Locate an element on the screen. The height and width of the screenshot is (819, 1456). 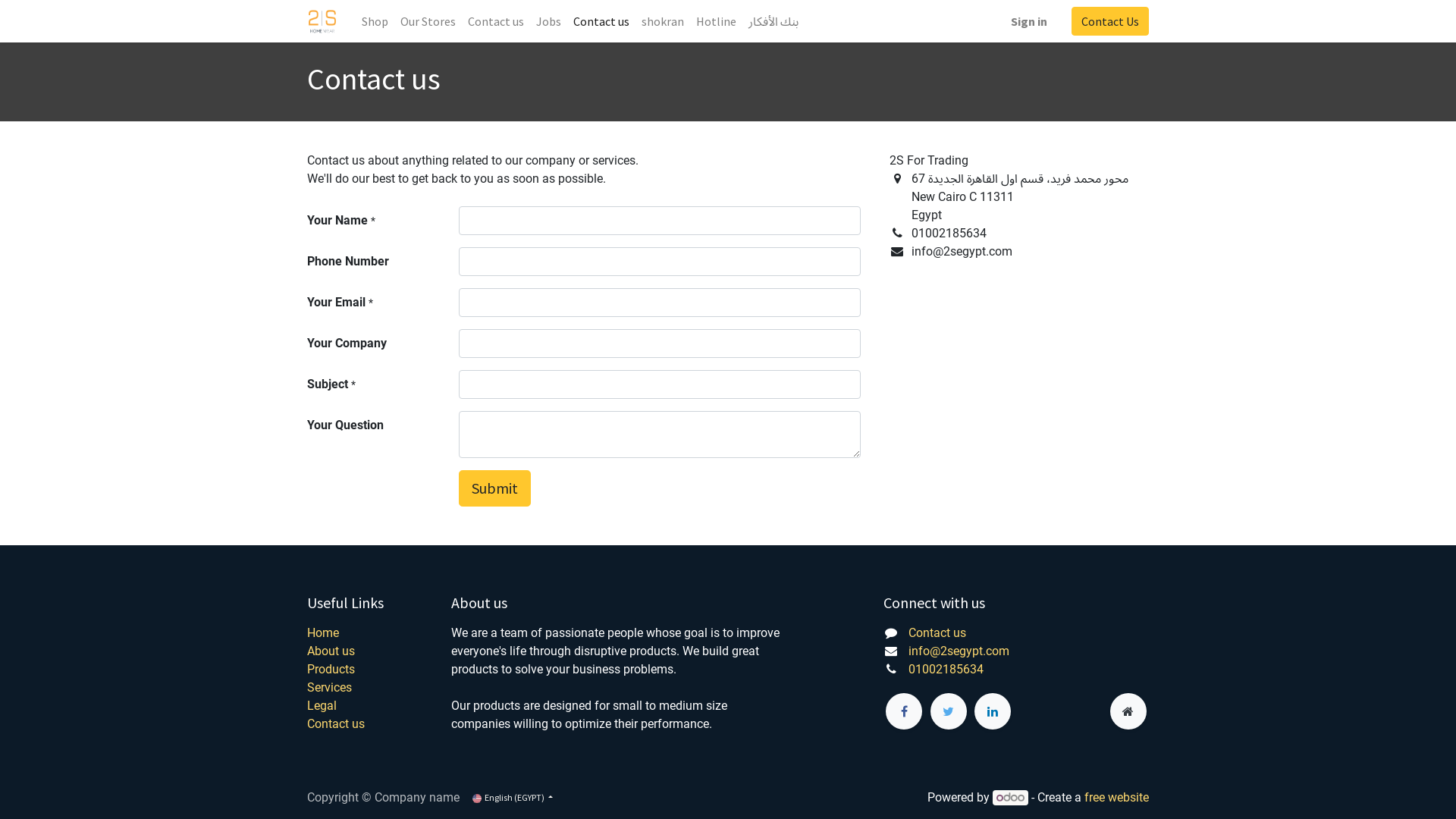
'Home' is located at coordinates (322, 632).